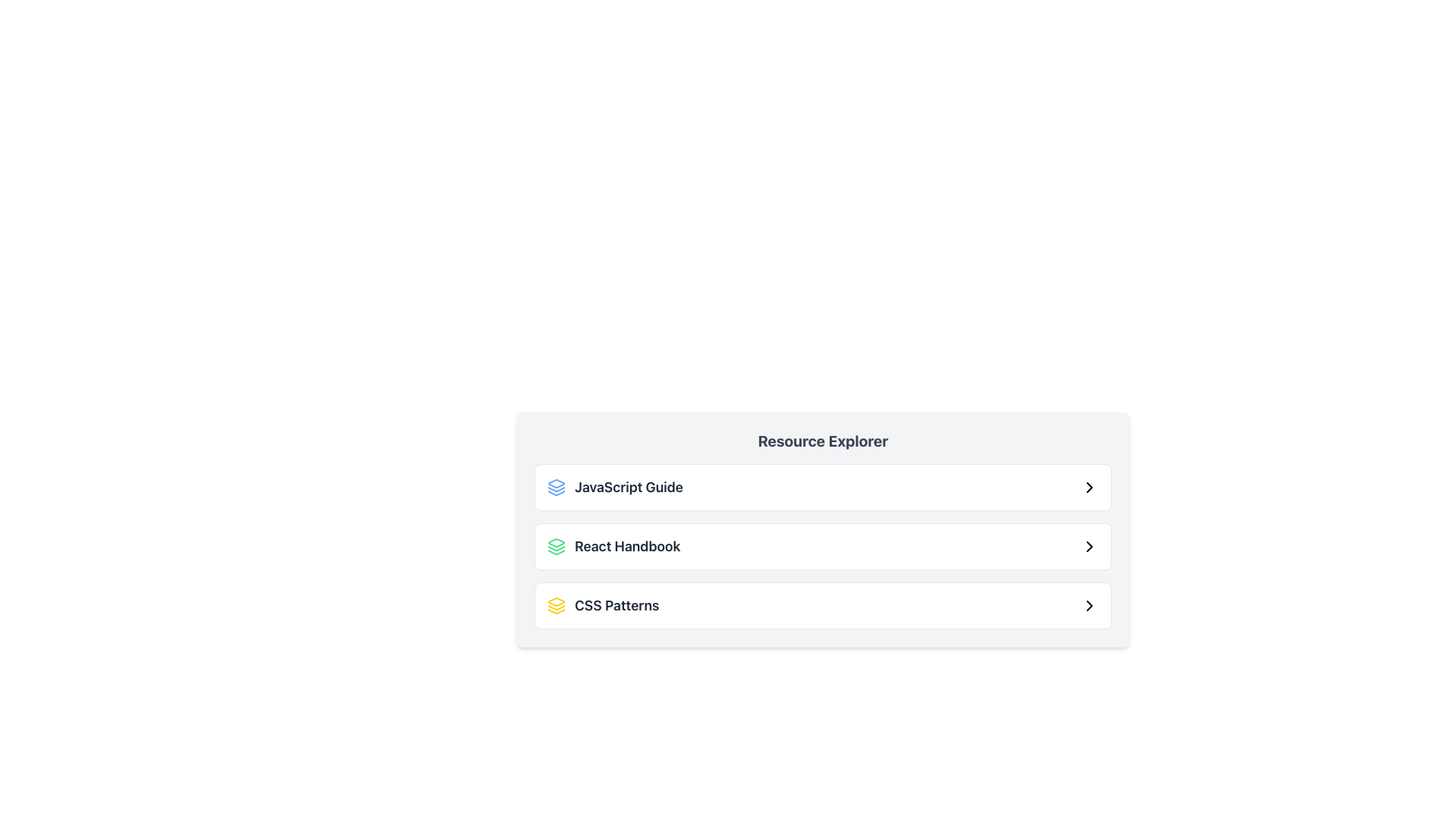 Image resolution: width=1456 pixels, height=819 pixels. What do you see at coordinates (556, 483) in the screenshot?
I see `the uppermost icon in the blue-themed resource explorer interface that resembles a layered structure, which is part of a vertical stack of three icons` at bounding box center [556, 483].